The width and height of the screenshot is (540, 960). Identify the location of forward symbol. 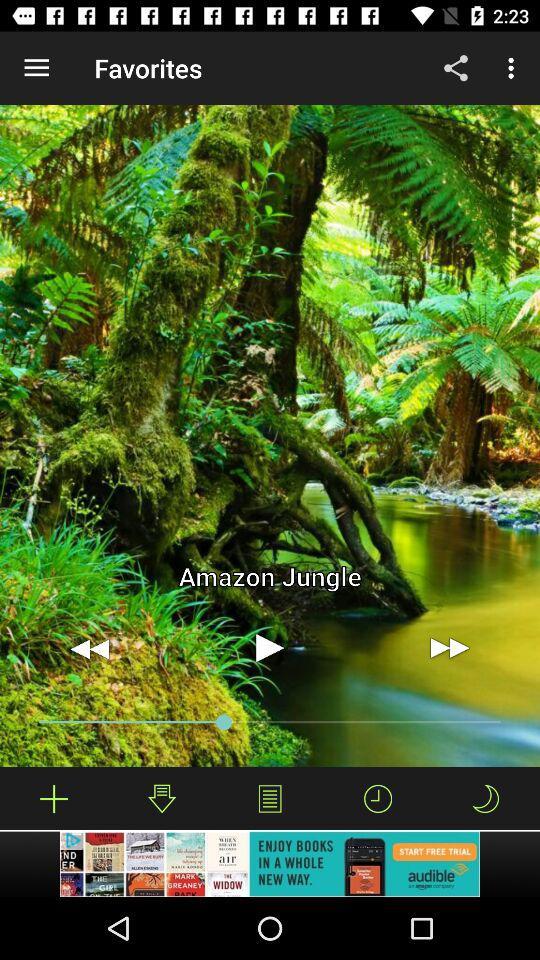
(449, 647).